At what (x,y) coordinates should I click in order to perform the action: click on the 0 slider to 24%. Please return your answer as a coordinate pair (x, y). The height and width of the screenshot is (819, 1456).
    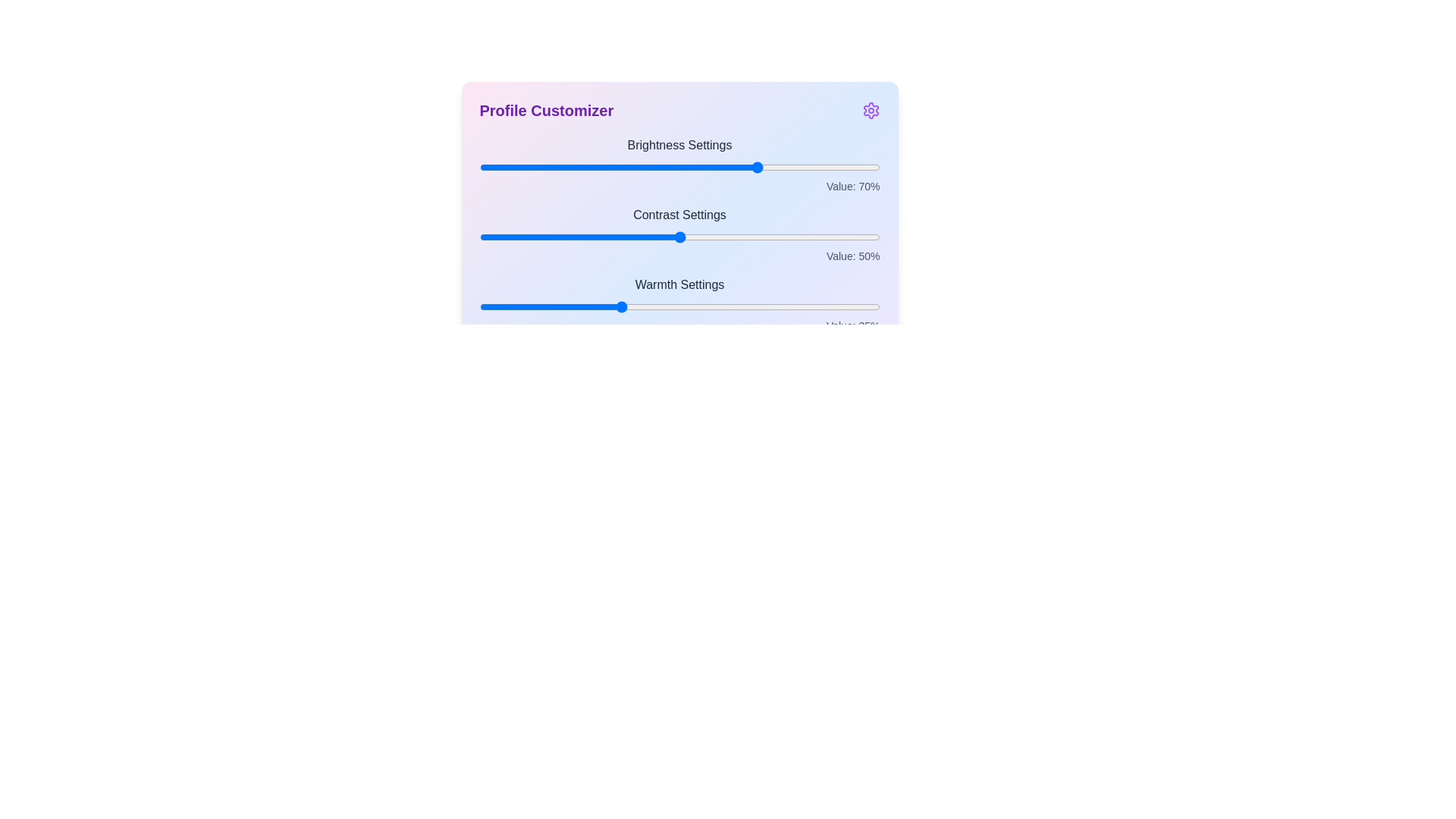
    Looking at the image, I should click on (575, 167).